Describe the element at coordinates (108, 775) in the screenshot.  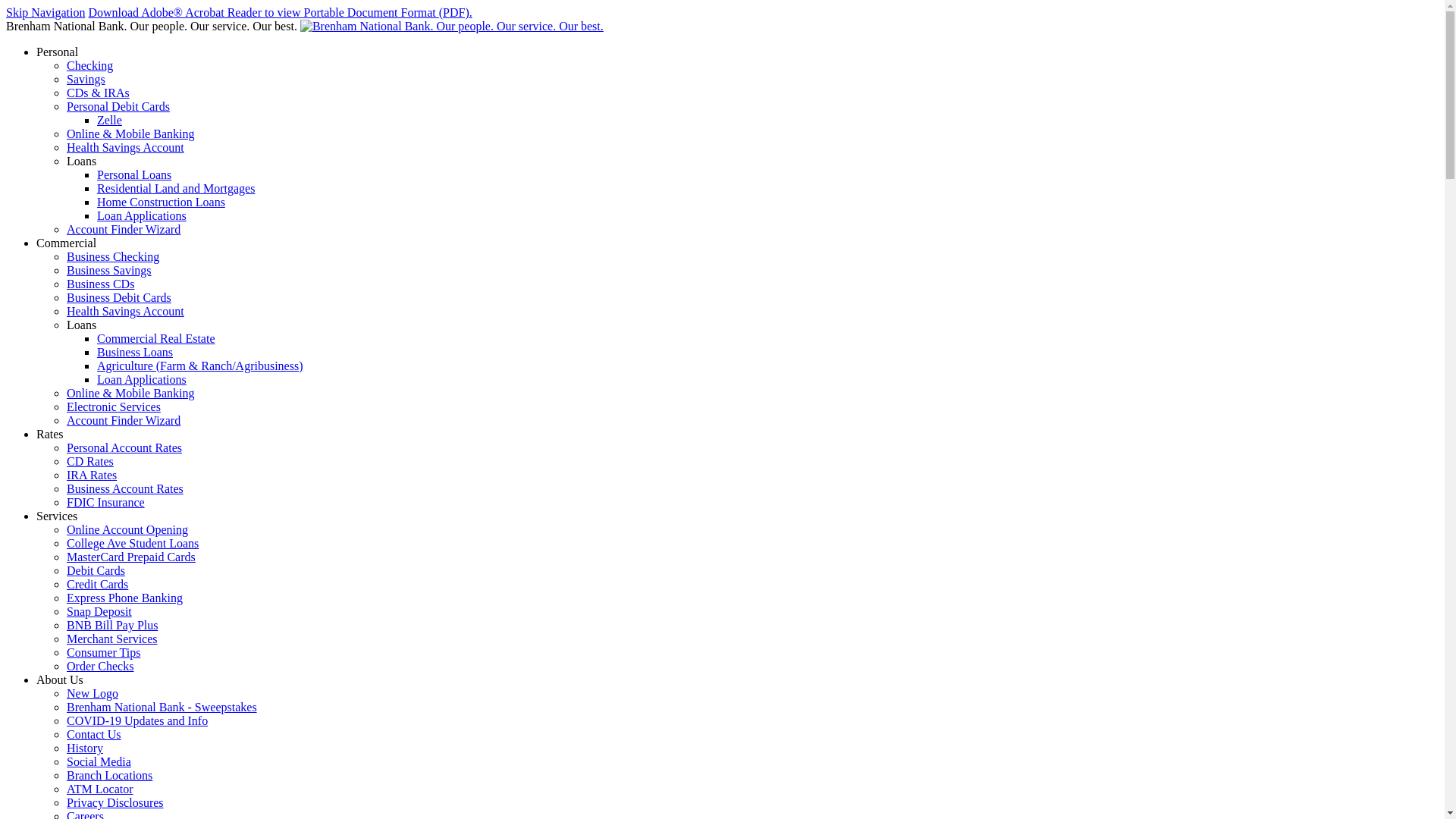
I see `'Branch Locations'` at that location.